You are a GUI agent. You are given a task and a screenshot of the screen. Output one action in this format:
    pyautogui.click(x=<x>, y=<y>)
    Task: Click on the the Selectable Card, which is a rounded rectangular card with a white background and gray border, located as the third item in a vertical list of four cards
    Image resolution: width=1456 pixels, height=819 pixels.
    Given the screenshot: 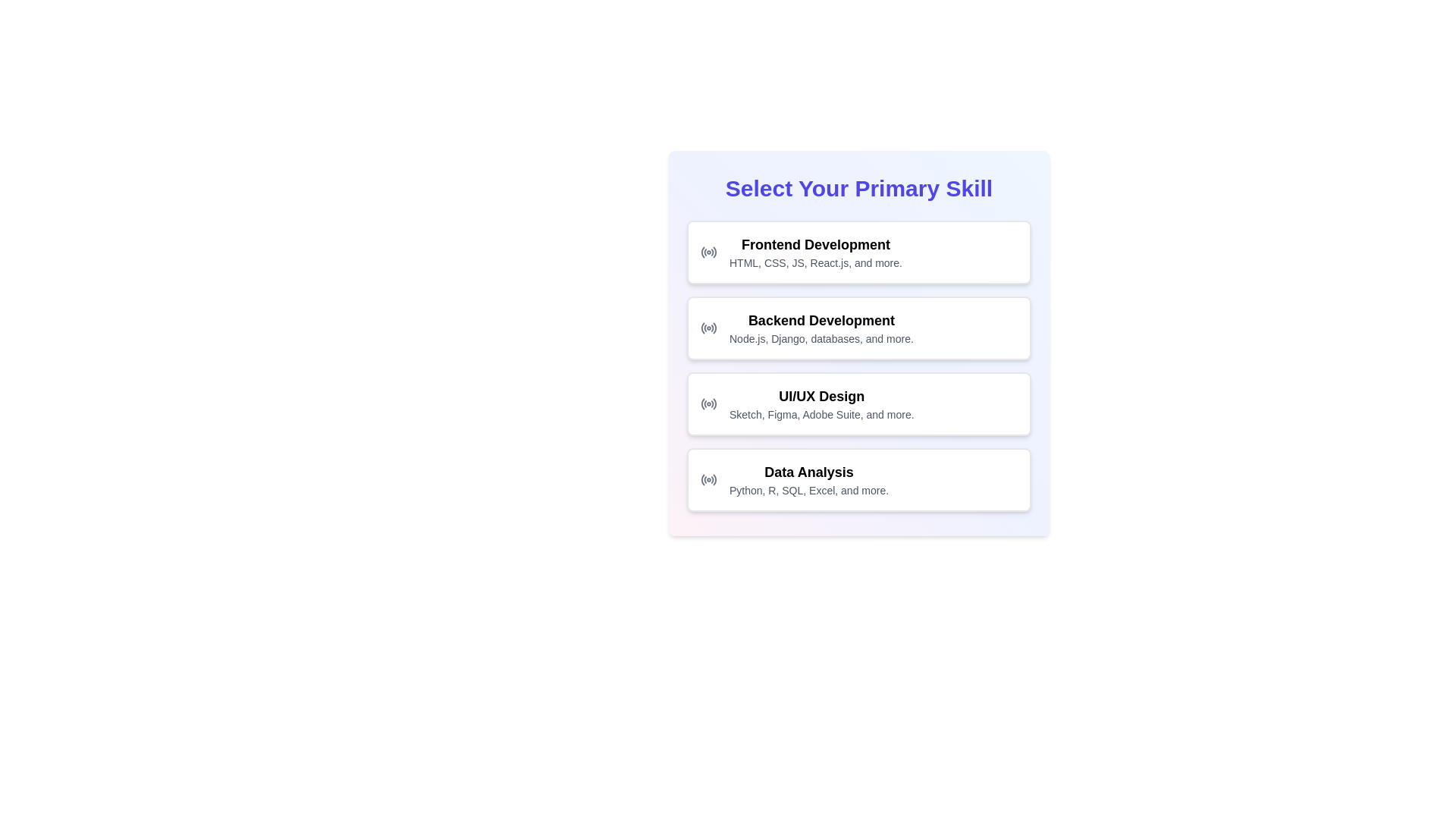 What is the action you would take?
    pyautogui.click(x=858, y=403)
    